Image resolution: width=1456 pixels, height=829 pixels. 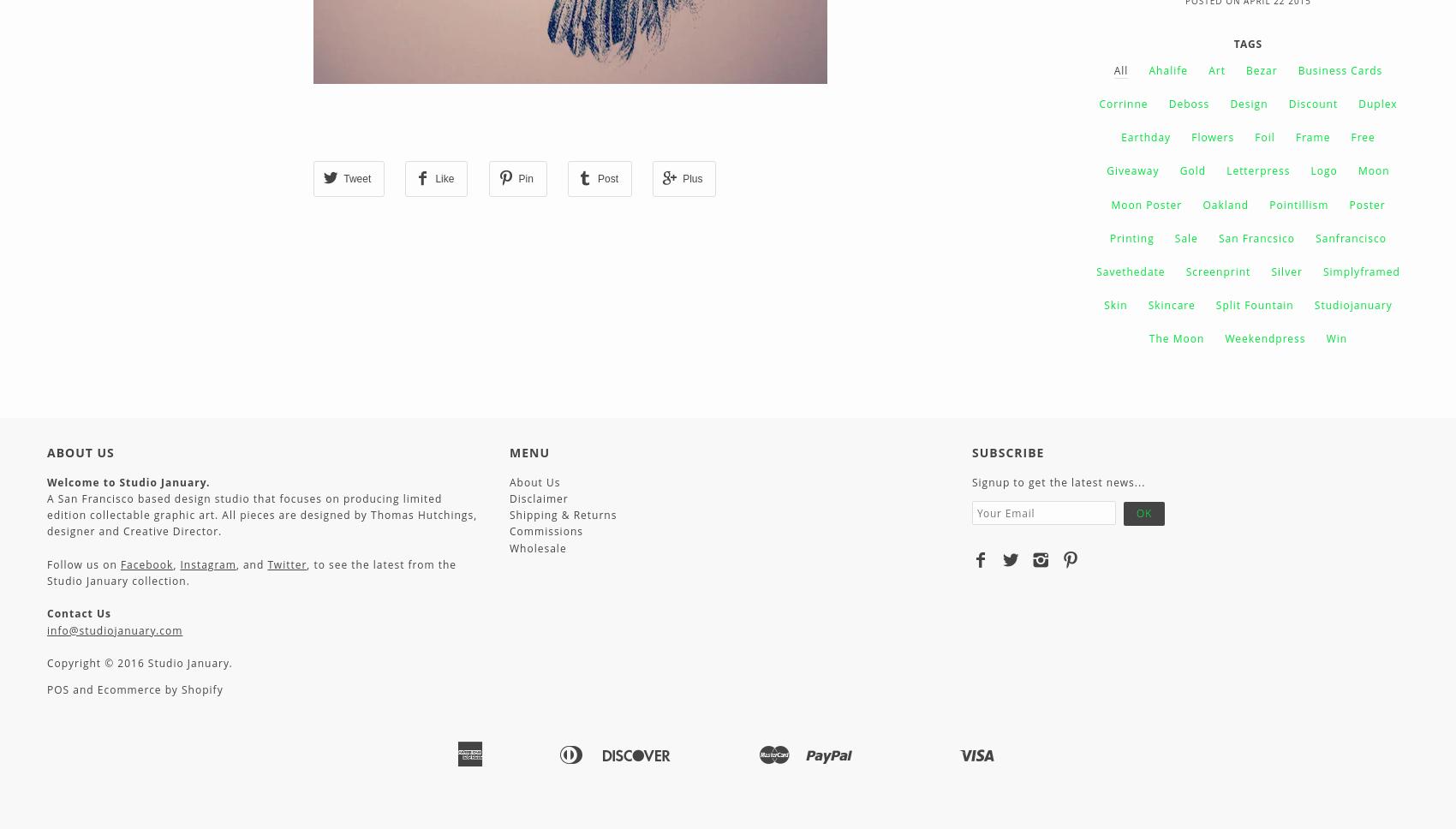 I want to click on 'logo', so click(x=1310, y=170).